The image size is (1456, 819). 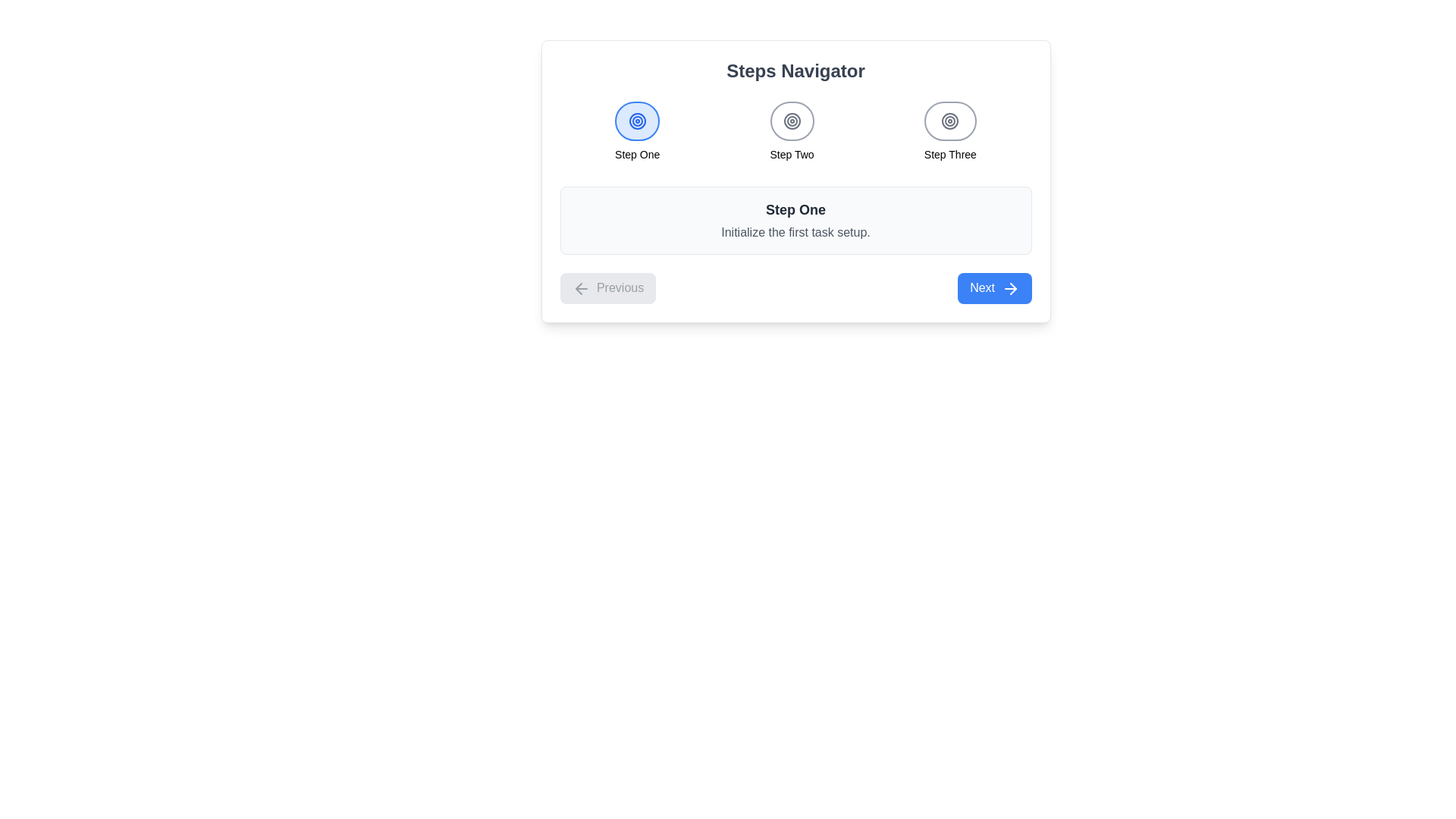 I want to click on the 'Previous' button located in the bottom-left section of the navigation component, so click(x=607, y=288).